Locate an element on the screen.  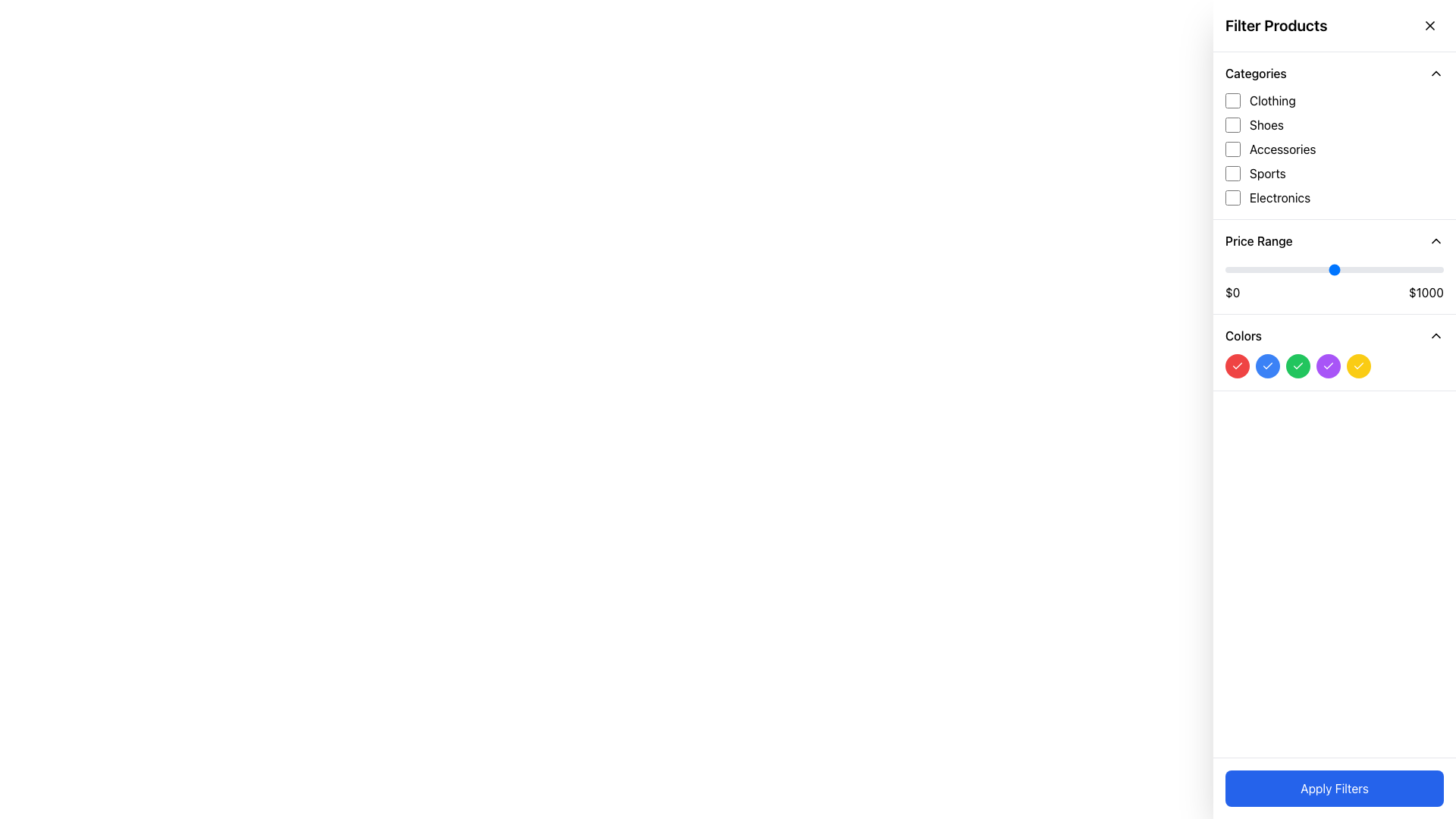
the 'Electronics' category label, which is positioned to the right of the checkbox in the fifth row of the 'Categories' section in the filter menu is located at coordinates (1279, 197).